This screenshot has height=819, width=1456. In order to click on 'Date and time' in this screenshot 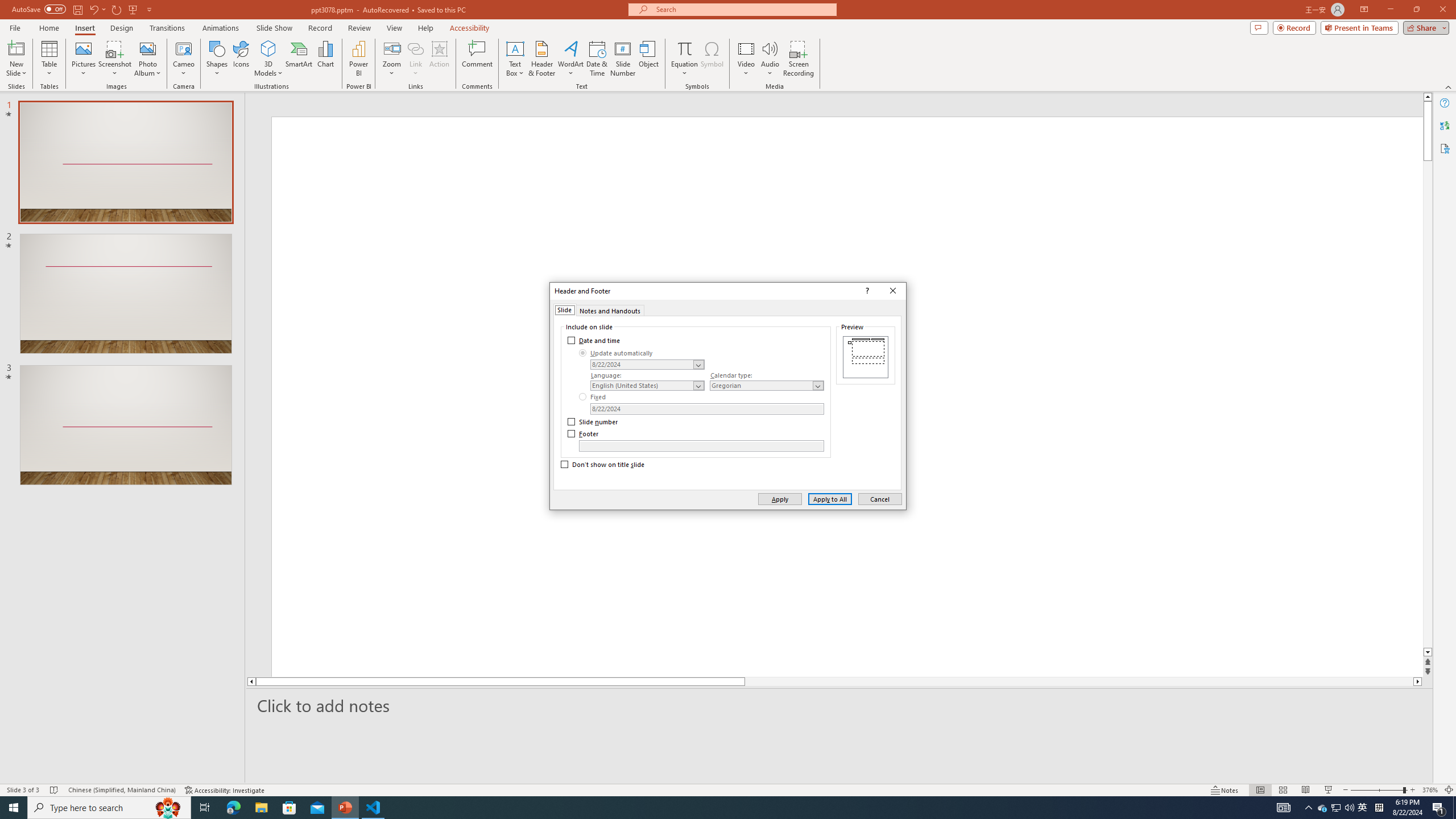, I will do `click(594, 340)`.